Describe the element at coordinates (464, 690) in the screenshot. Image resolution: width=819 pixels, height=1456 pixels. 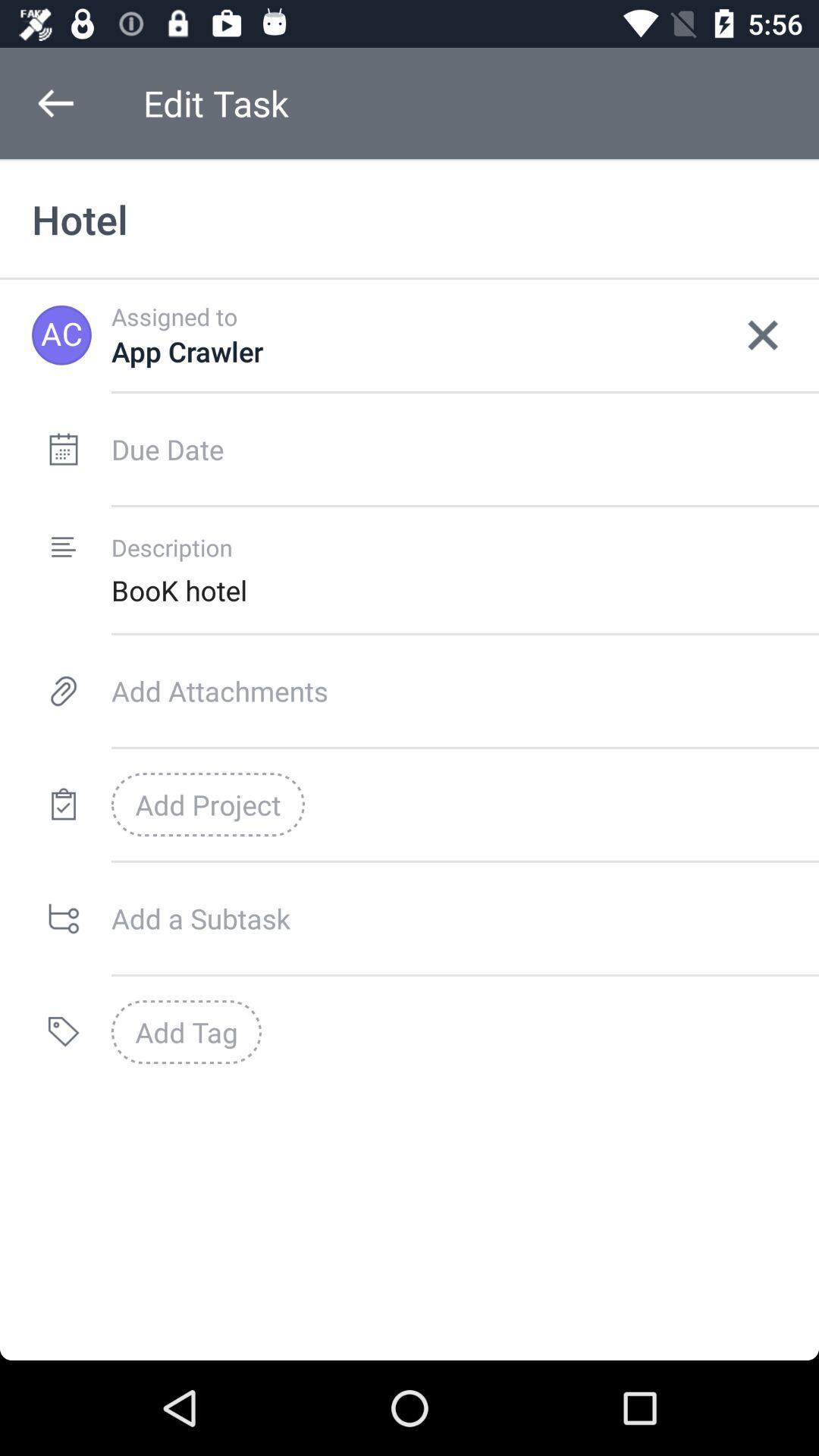
I see `attach documents` at that location.